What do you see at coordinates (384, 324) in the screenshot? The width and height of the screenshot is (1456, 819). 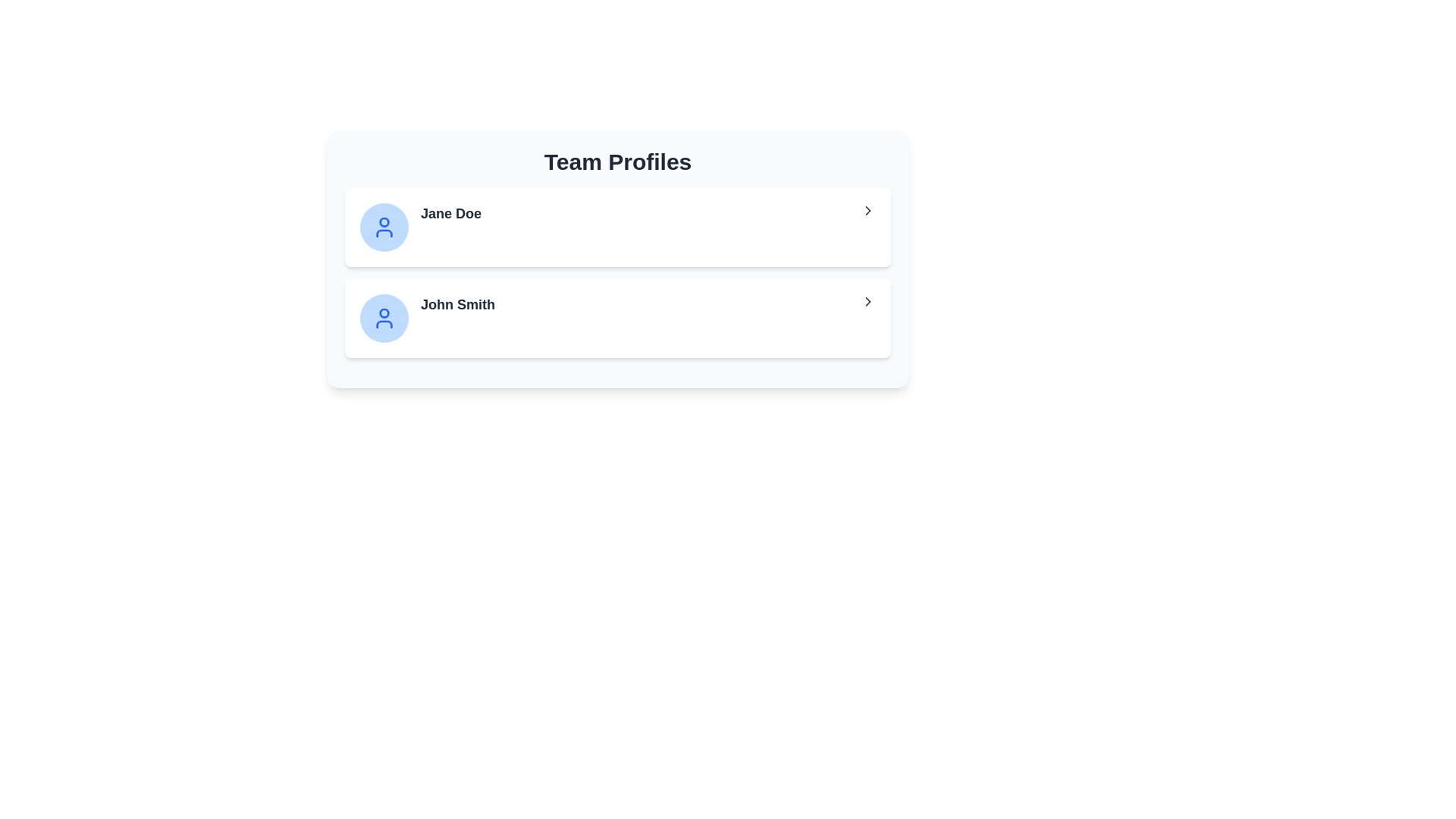 I see `the lower half of the user avatar icon, which is represented as a blue elliptical shape within the SVG illustration, located beneath the head icon and adjacent to 'John Smith'` at bounding box center [384, 324].